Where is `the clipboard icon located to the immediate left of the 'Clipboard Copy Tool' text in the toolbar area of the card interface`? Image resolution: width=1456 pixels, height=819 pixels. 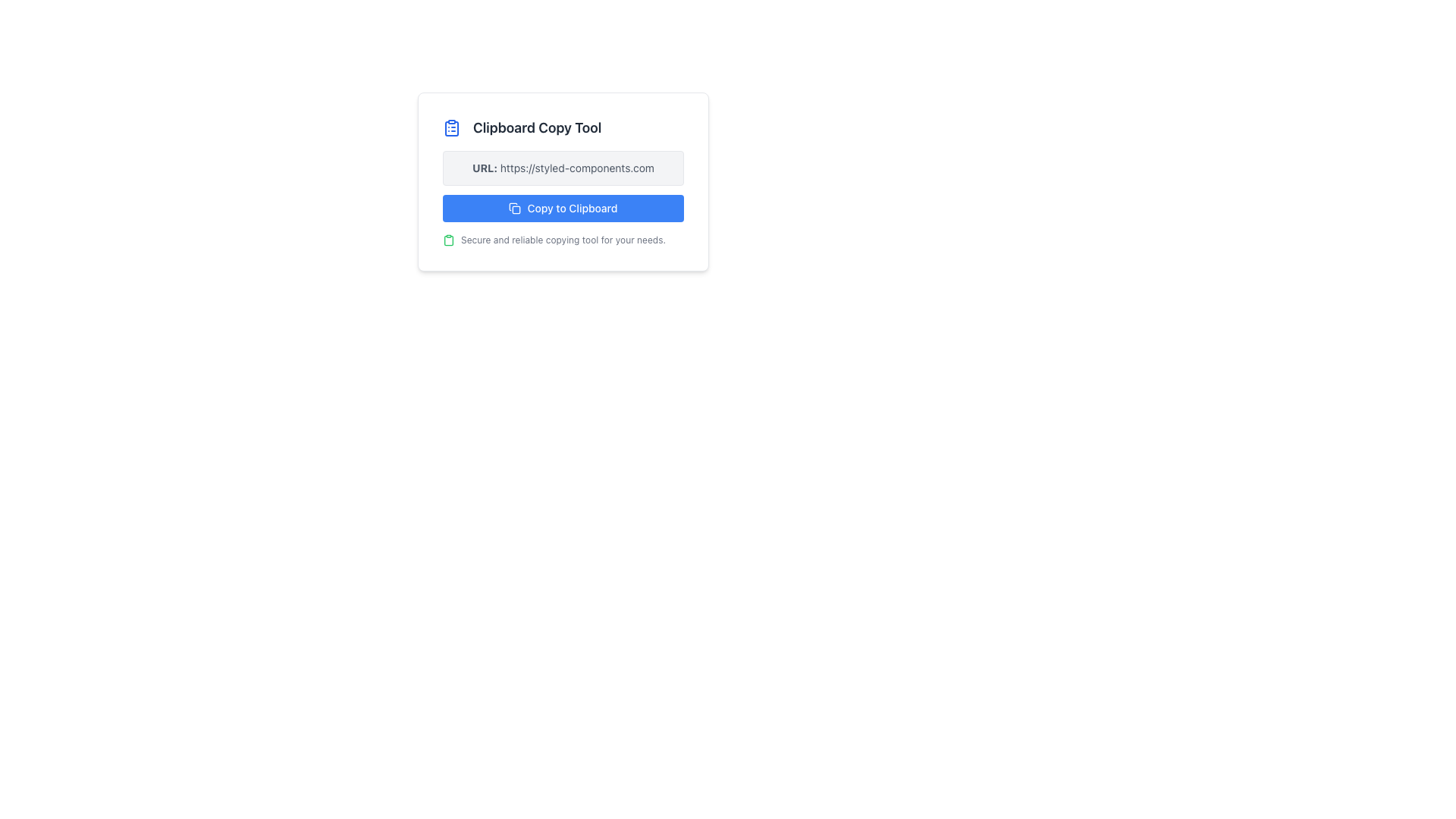 the clipboard icon located to the immediate left of the 'Clipboard Copy Tool' text in the toolbar area of the card interface is located at coordinates (450, 127).